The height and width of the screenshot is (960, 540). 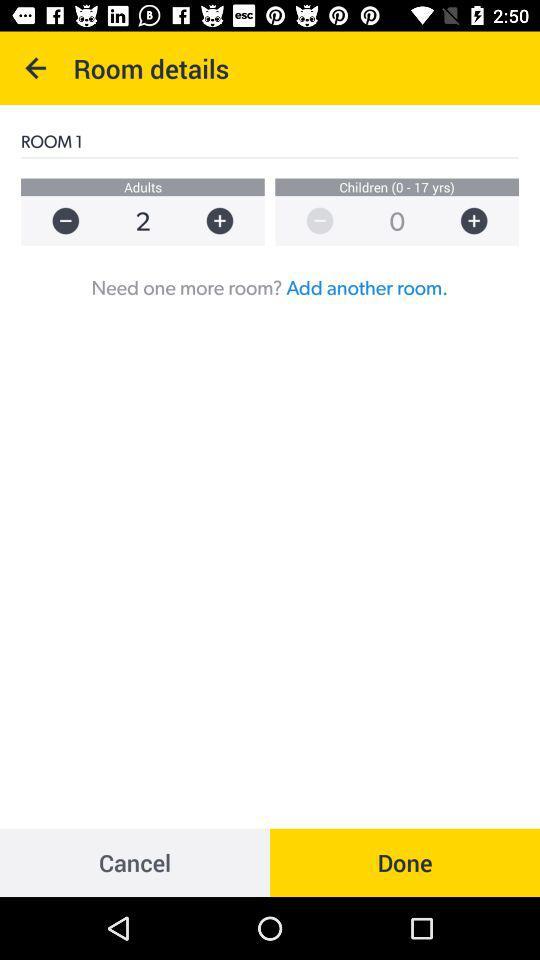 I want to click on reduce amount of adullts, so click(x=55, y=221).